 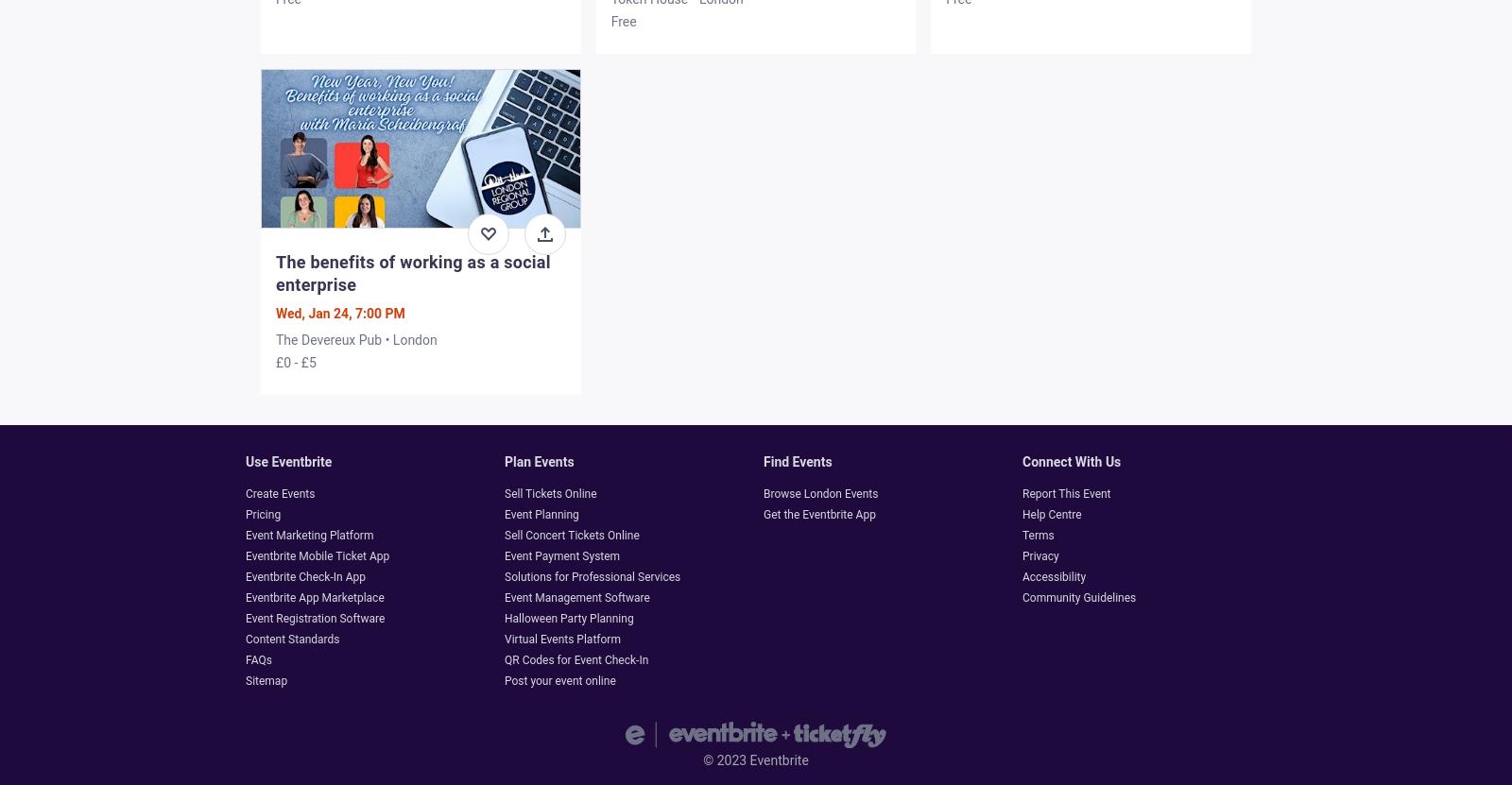 I want to click on 'Sell Tickets Online', so click(x=549, y=493).